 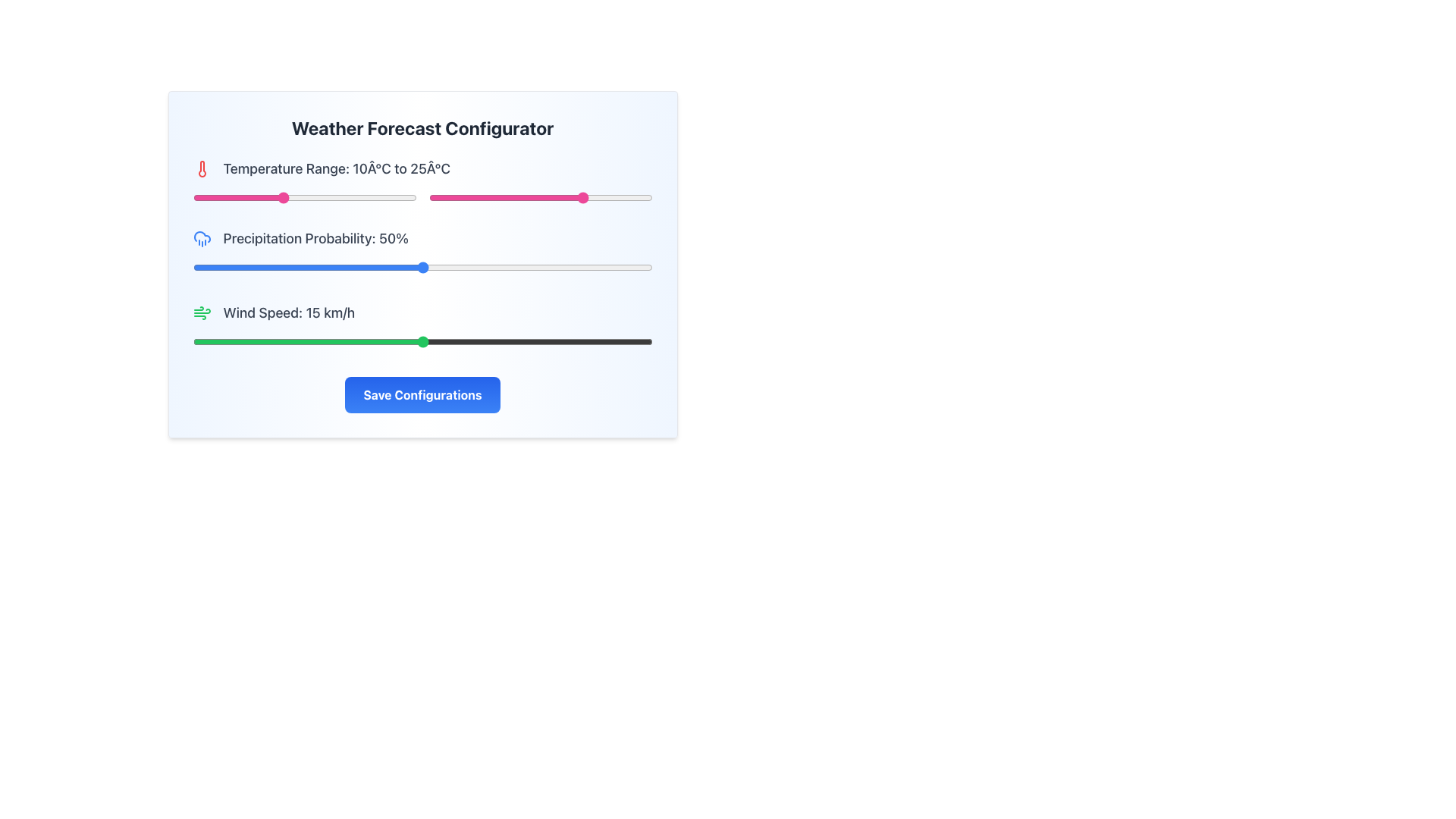 What do you see at coordinates (598, 197) in the screenshot?
I see `the temperature value` at bounding box center [598, 197].